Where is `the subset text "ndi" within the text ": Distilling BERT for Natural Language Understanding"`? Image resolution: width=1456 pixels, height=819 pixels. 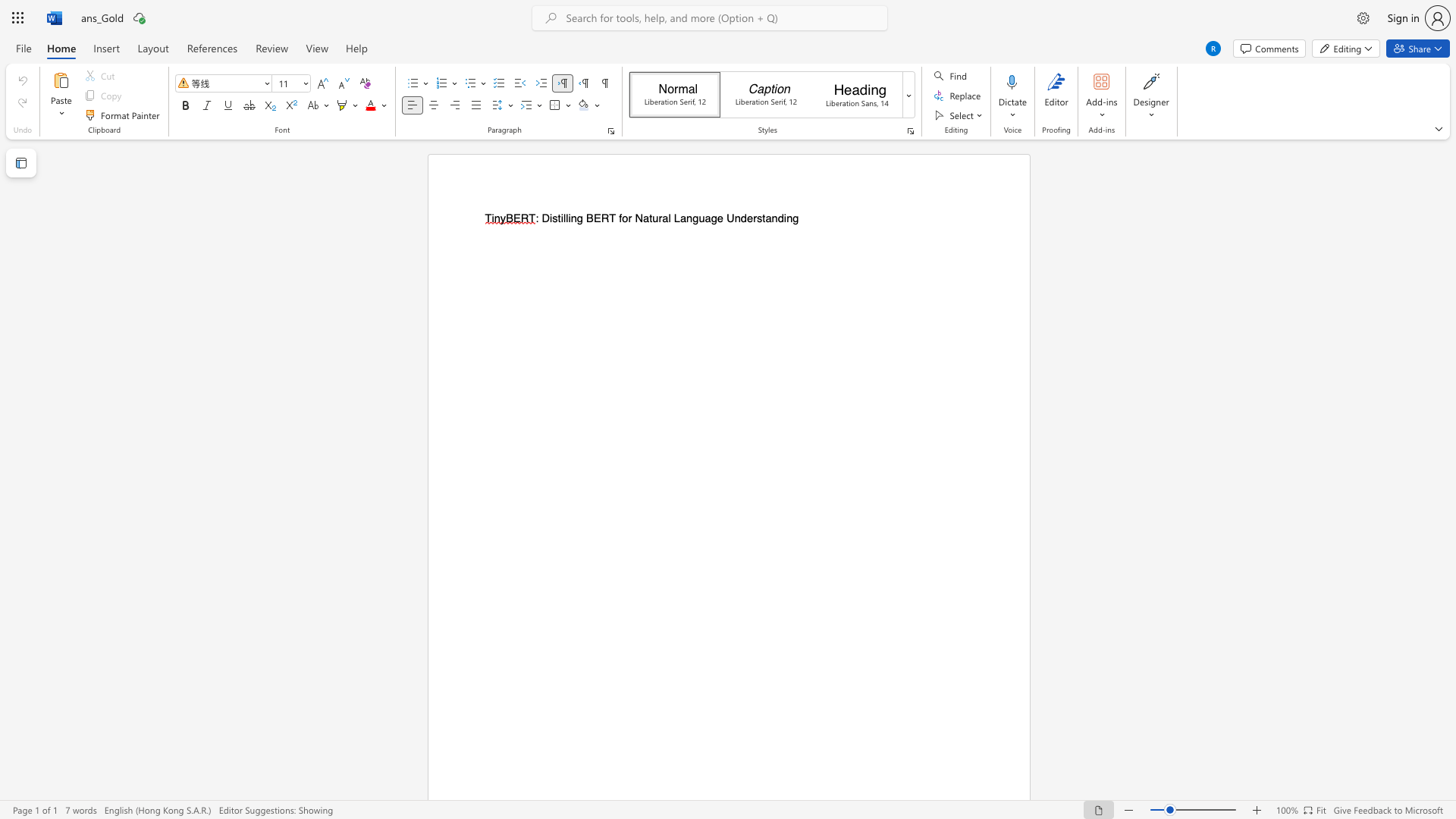
the subset text "ndi" within the text ": Distilling BERT for Natural Language Understanding" is located at coordinates (771, 218).